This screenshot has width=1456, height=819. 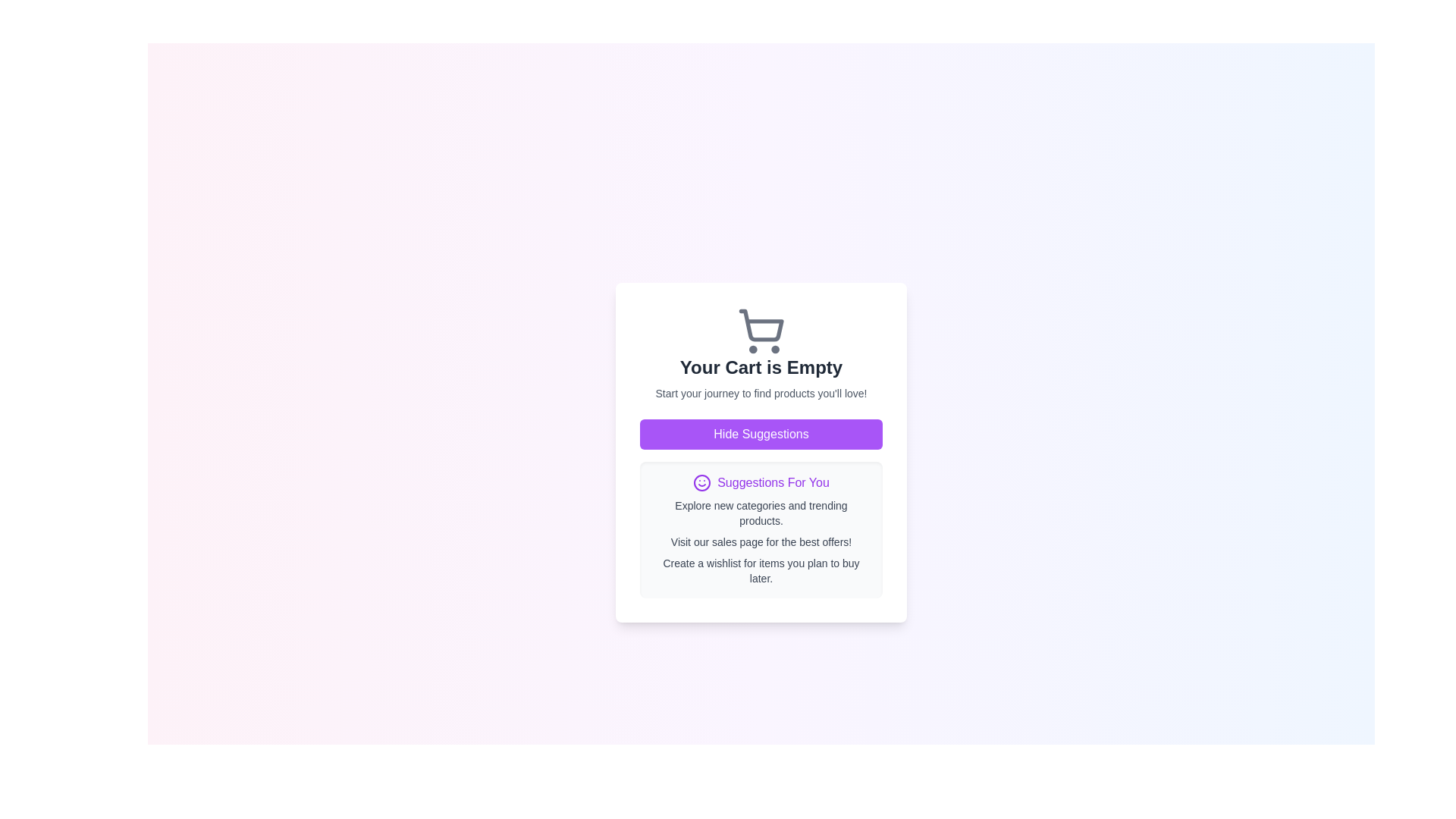 I want to click on the static text element that reads 'Create a wishlist for items you plan to buy later.' which is styled with a modest font in grey color and located at the bottom of a light-colored, rounded-corner suggestion box, so click(x=761, y=570).